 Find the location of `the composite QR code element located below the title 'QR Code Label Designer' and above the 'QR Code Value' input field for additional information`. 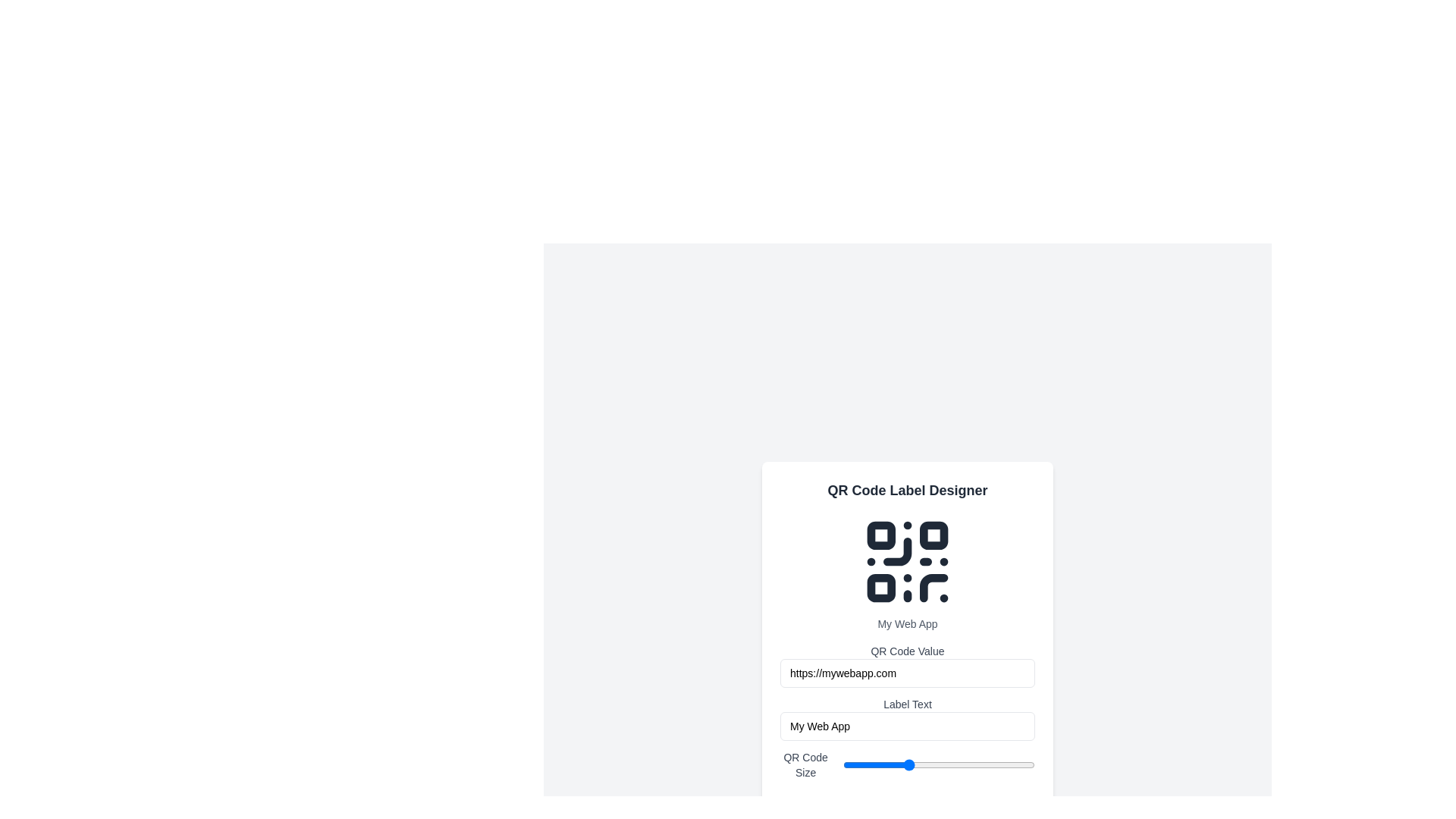

the composite QR code element located below the title 'QR Code Label Designer' and above the 'QR Code Value' input field for additional information is located at coordinates (907, 573).